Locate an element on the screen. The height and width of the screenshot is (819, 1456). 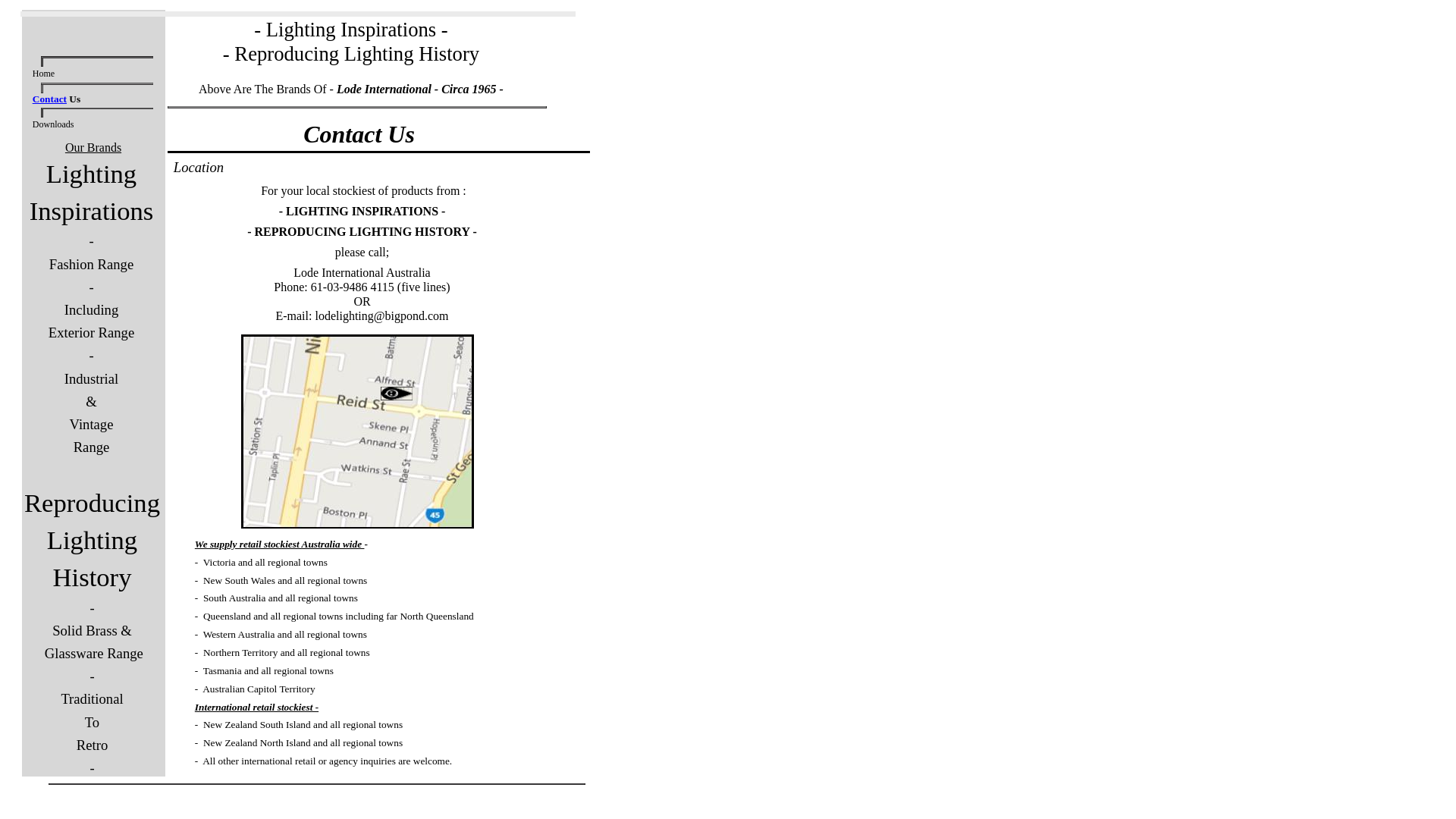
'Contact' is located at coordinates (49, 99).